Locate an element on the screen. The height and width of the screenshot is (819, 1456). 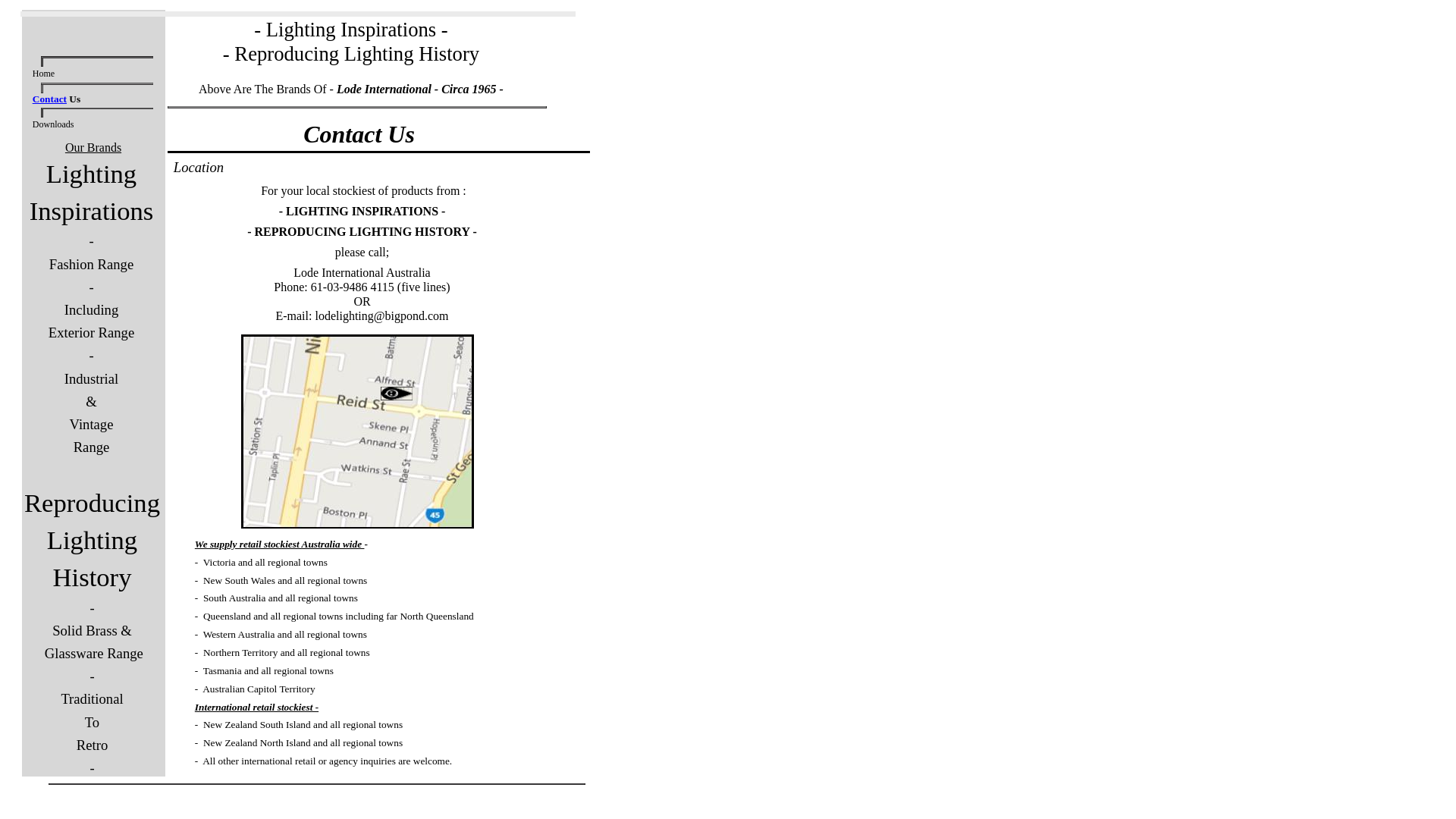
'Contact' is located at coordinates (49, 99).